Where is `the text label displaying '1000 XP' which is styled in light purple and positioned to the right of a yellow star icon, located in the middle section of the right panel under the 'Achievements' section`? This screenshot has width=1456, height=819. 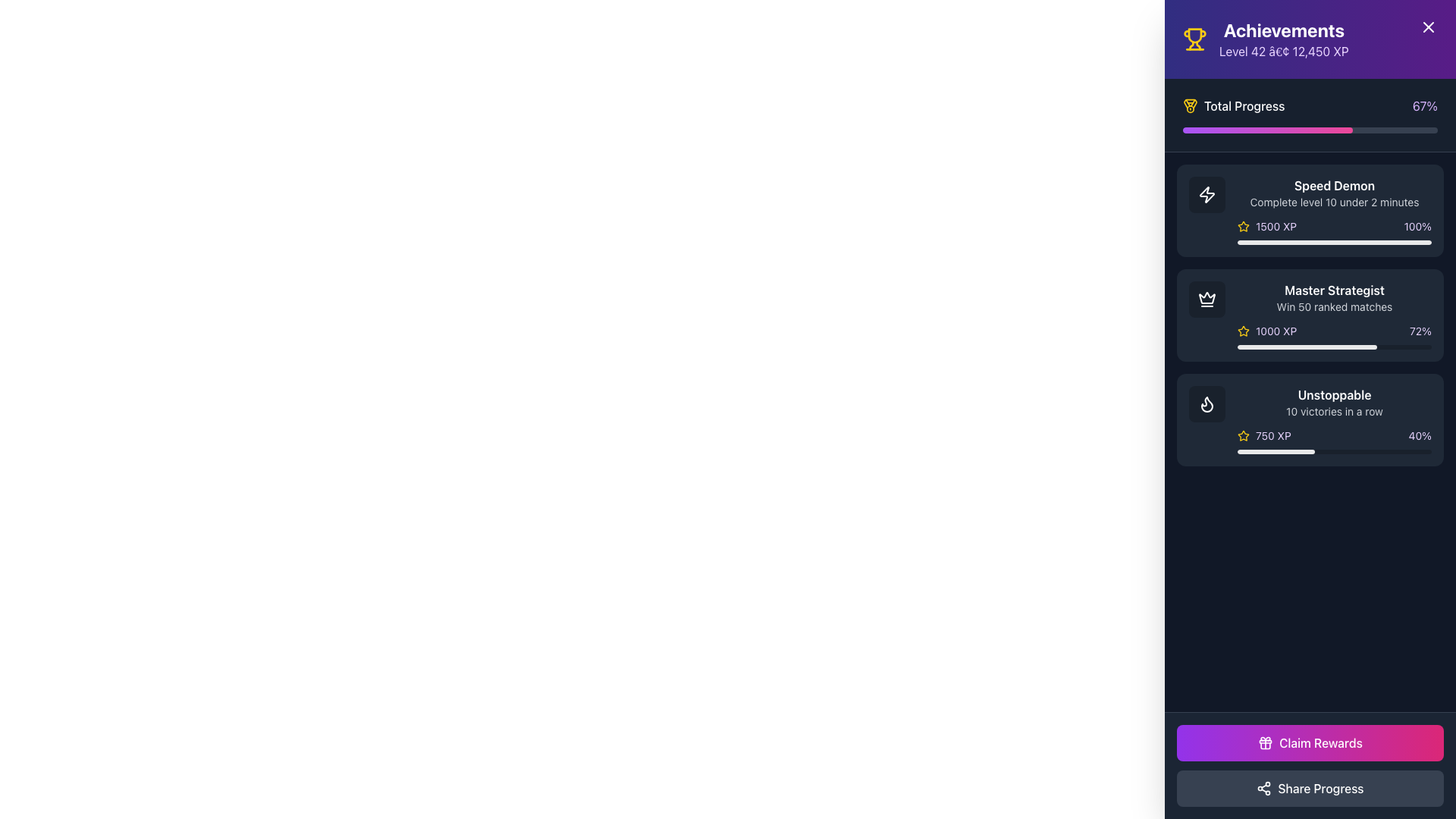
the text label displaying '1000 XP' which is styled in light purple and positioned to the right of a yellow star icon, located in the middle section of the right panel under the 'Achievements' section is located at coordinates (1276, 330).